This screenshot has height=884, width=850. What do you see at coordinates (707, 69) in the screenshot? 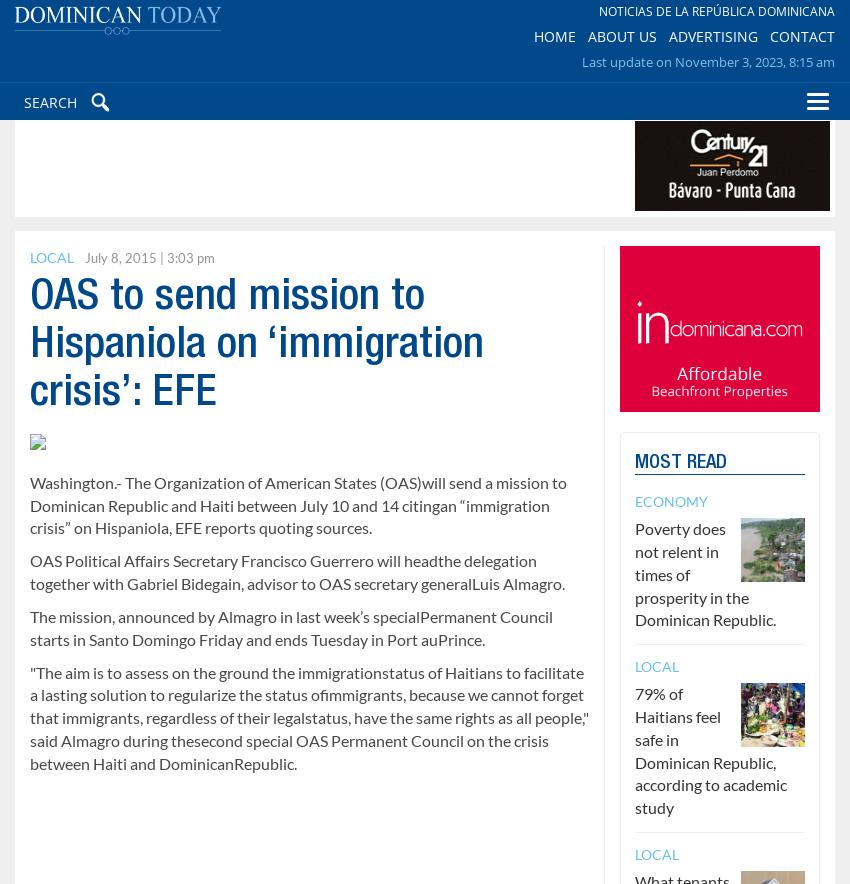
I see `'Last update on November 3, 2023, 8:15 am'` at bounding box center [707, 69].